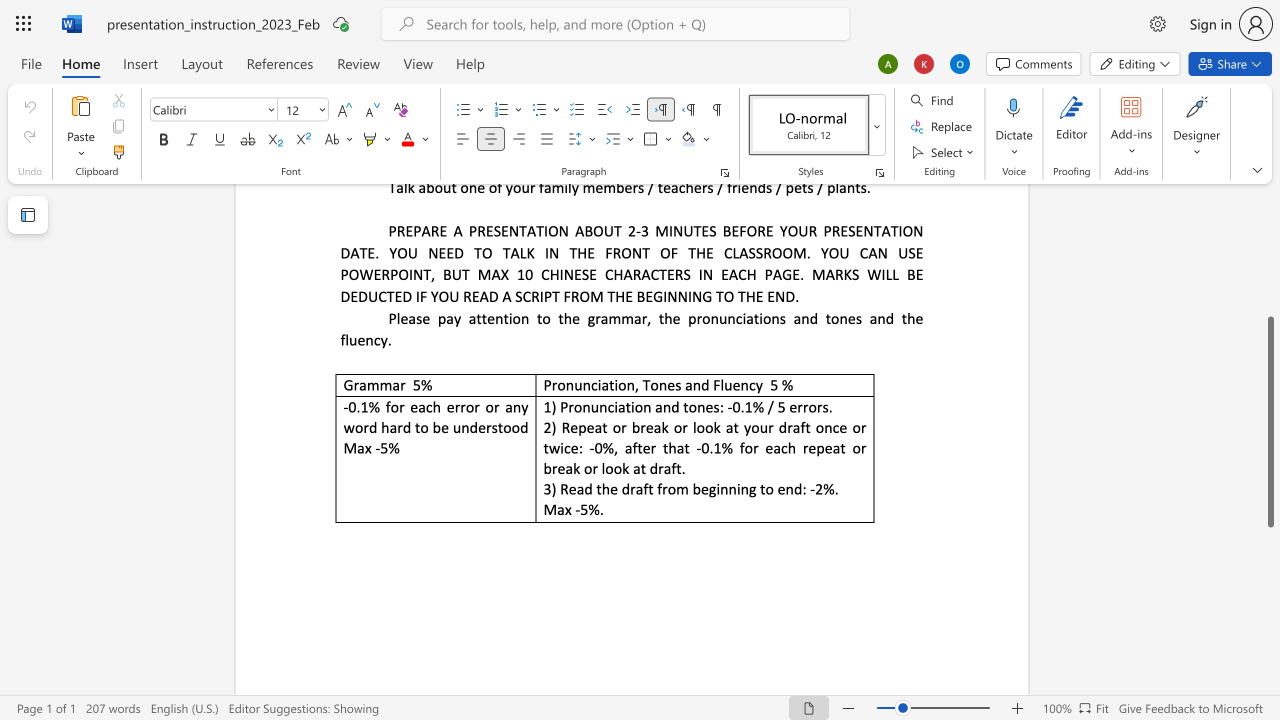 This screenshot has height=720, width=1280. I want to click on the scrollbar to scroll the page up, so click(1269, 270).